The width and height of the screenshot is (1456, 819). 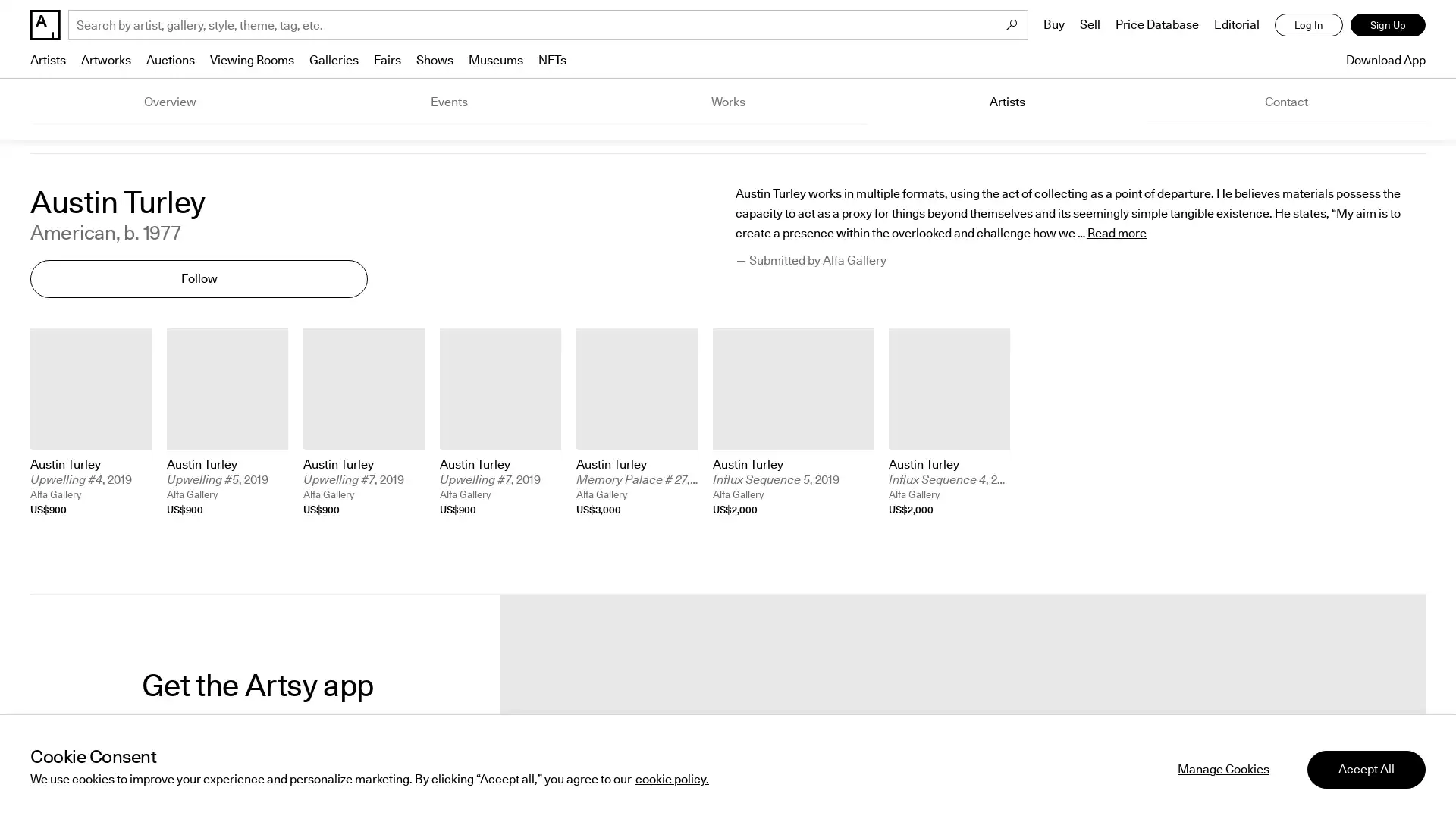 What do you see at coordinates (1117, 234) in the screenshot?
I see `Read more` at bounding box center [1117, 234].